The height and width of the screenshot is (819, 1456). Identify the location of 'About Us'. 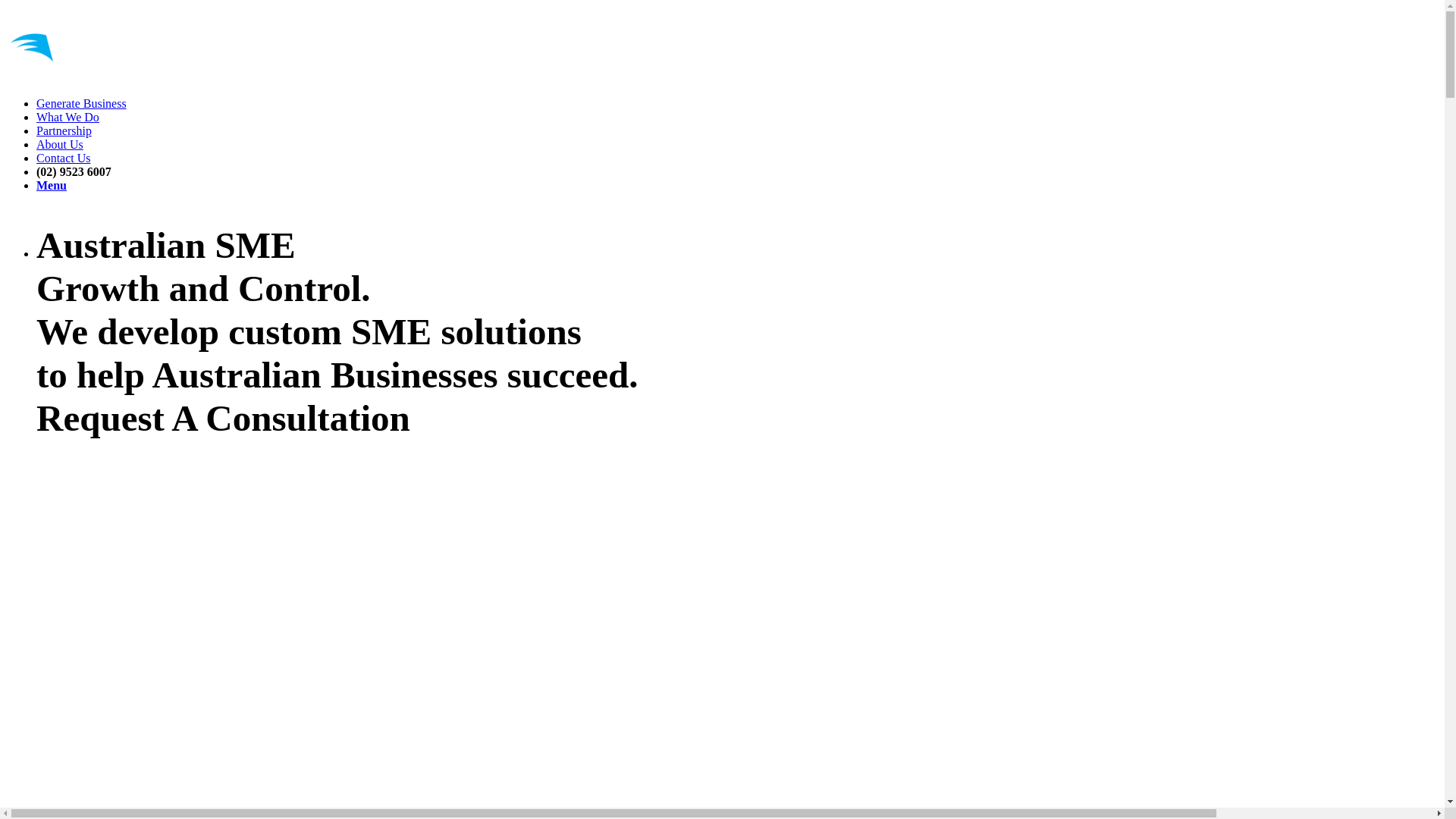
(36, 144).